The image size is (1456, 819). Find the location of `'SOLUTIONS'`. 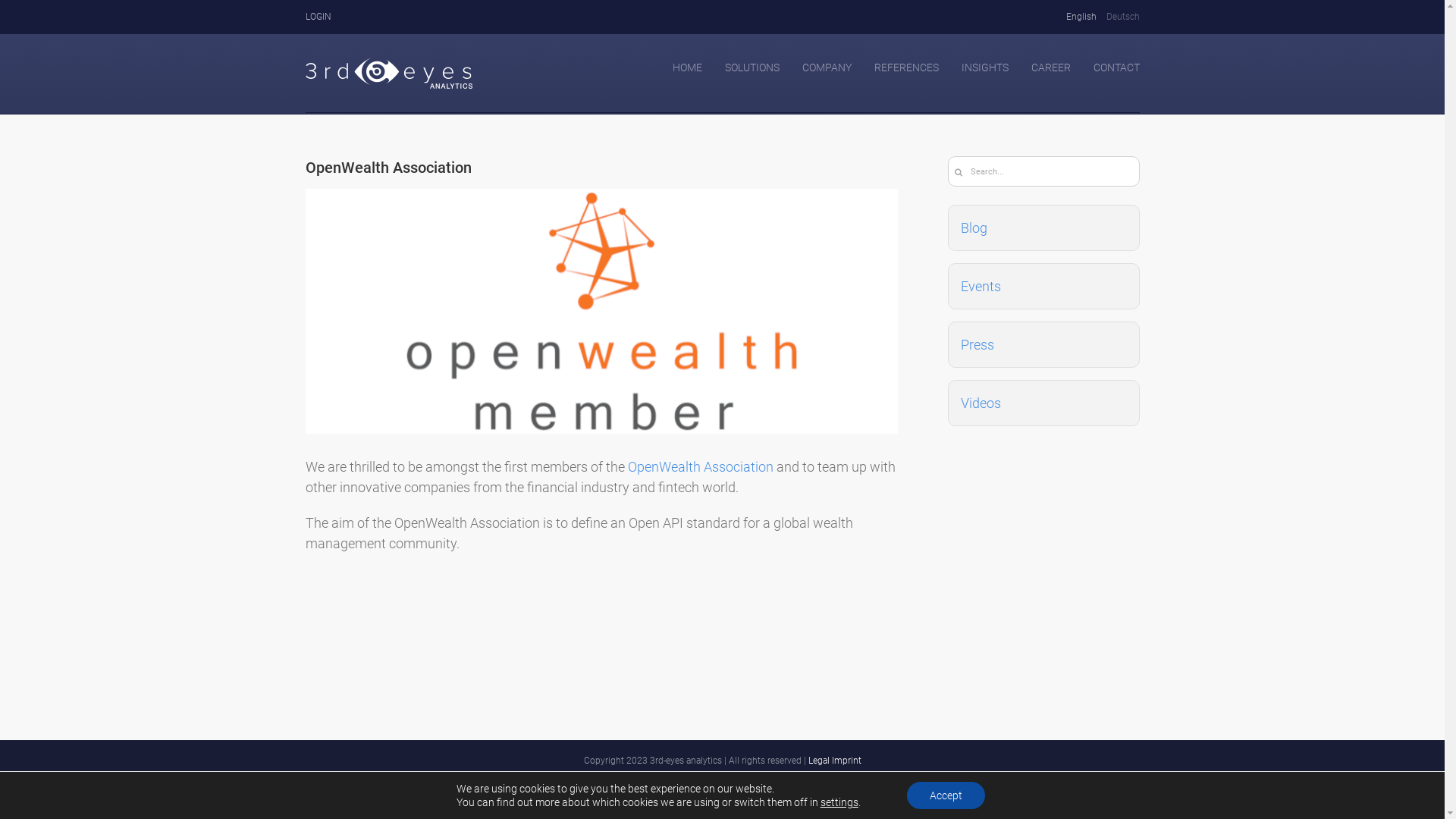

'SOLUTIONS' is located at coordinates (723, 65).